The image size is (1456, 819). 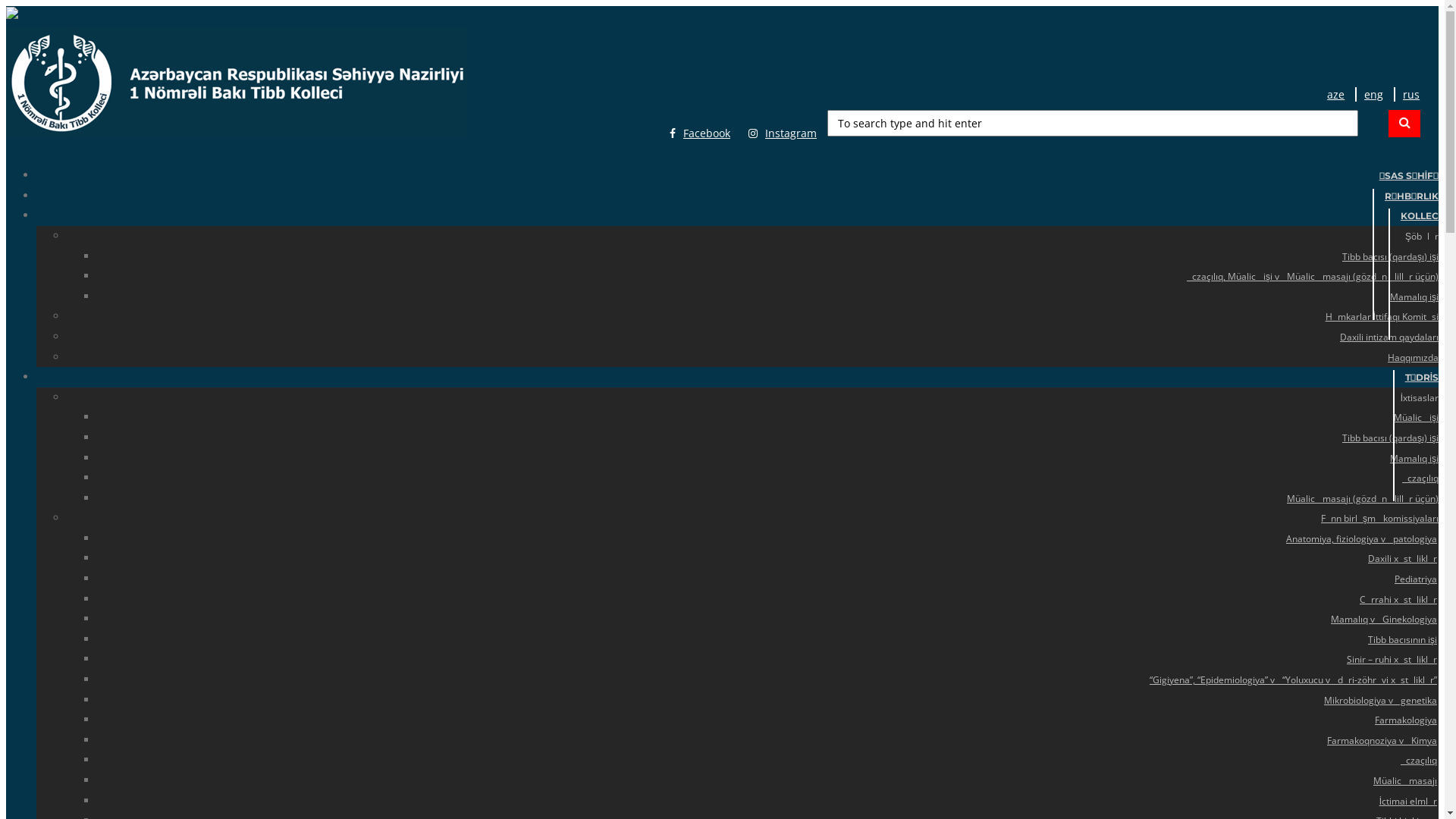 I want to click on 'aze', so click(x=1335, y=94).